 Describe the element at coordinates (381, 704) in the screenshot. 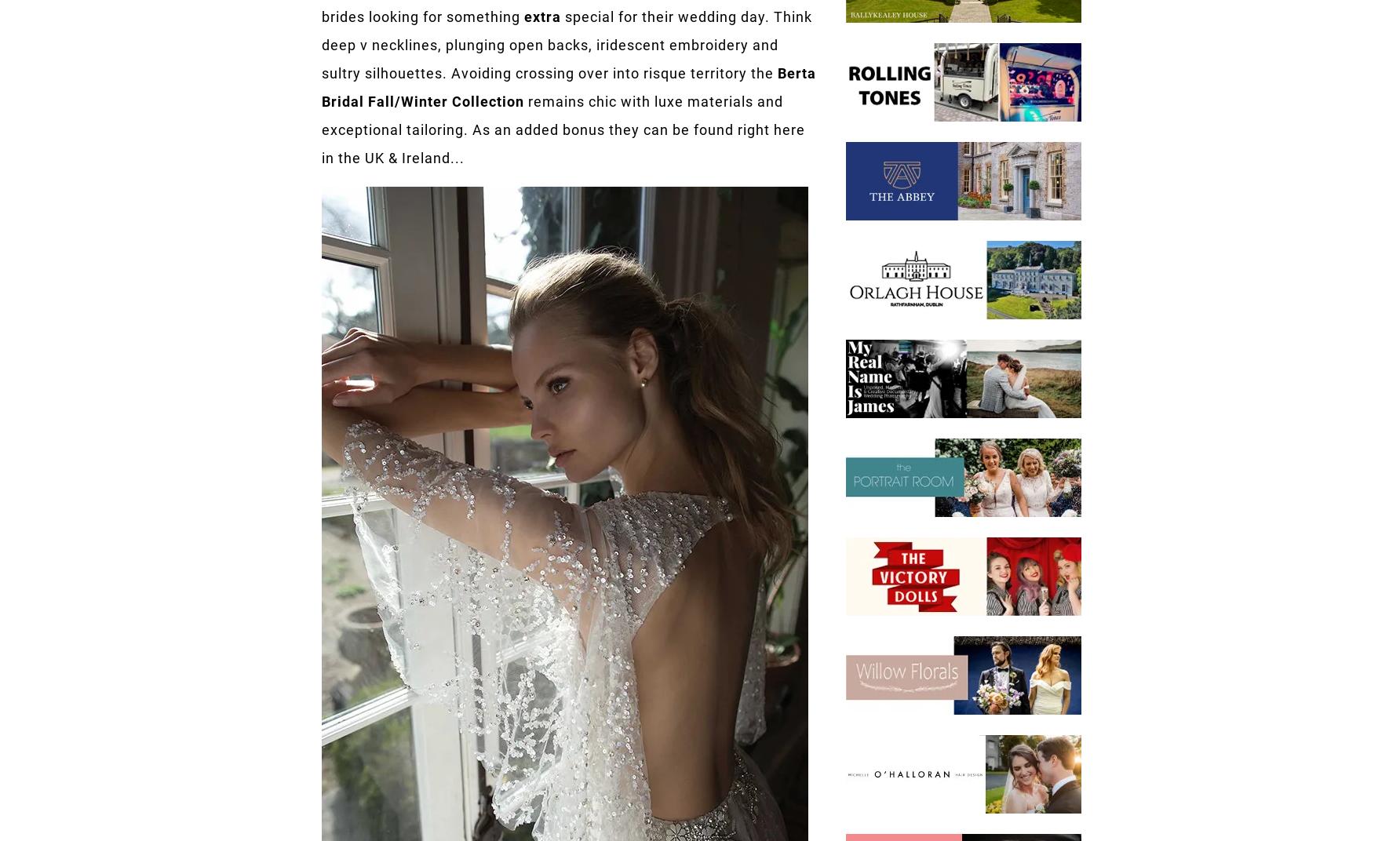

I see `'Contact Us'` at that location.